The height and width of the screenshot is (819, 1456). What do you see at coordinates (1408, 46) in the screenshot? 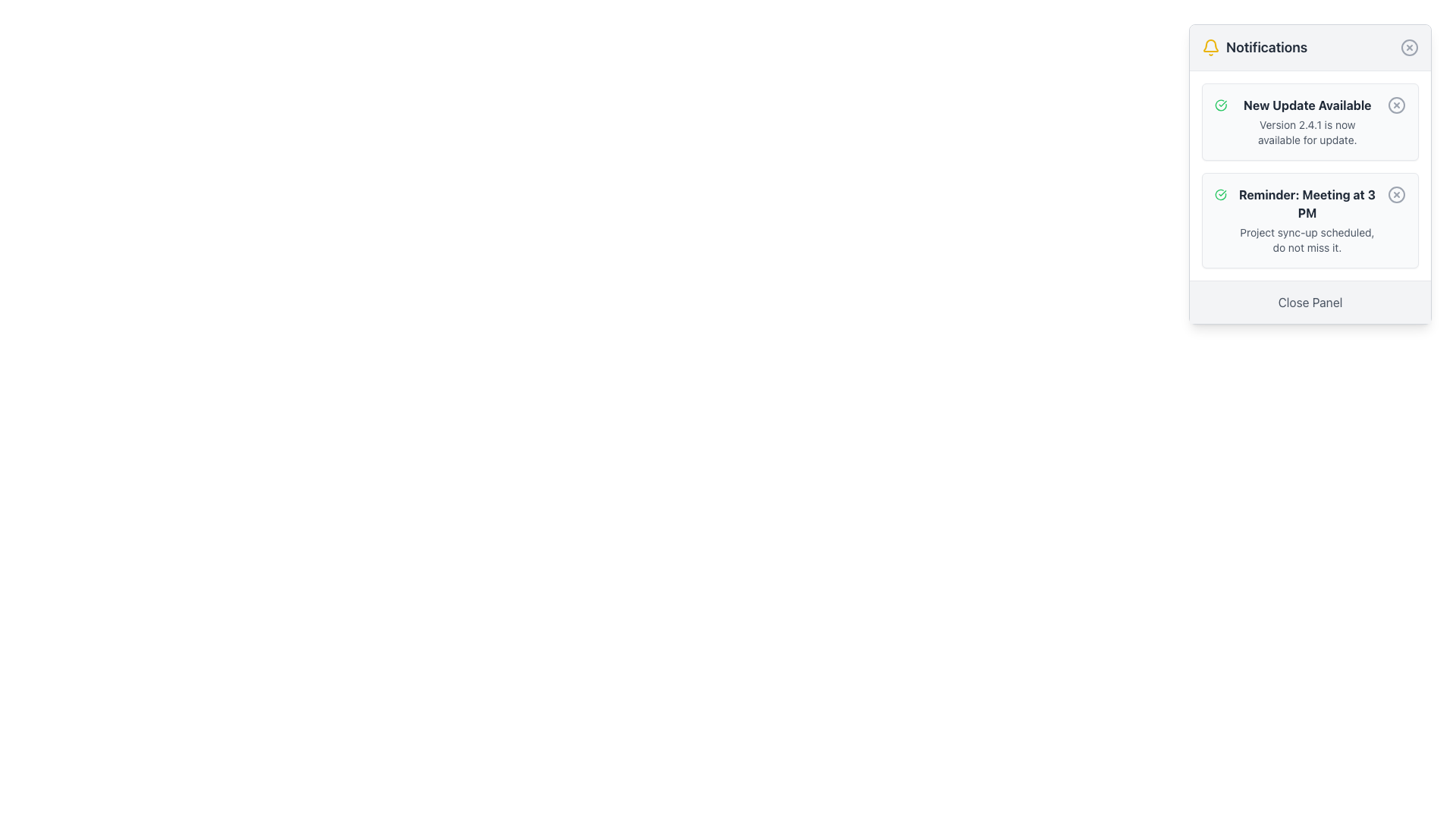
I see `the close button icon, which is a gray circular icon with a cross inside, located at the top-right corner of the notification panel, next to the 'Notifications' title` at bounding box center [1408, 46].